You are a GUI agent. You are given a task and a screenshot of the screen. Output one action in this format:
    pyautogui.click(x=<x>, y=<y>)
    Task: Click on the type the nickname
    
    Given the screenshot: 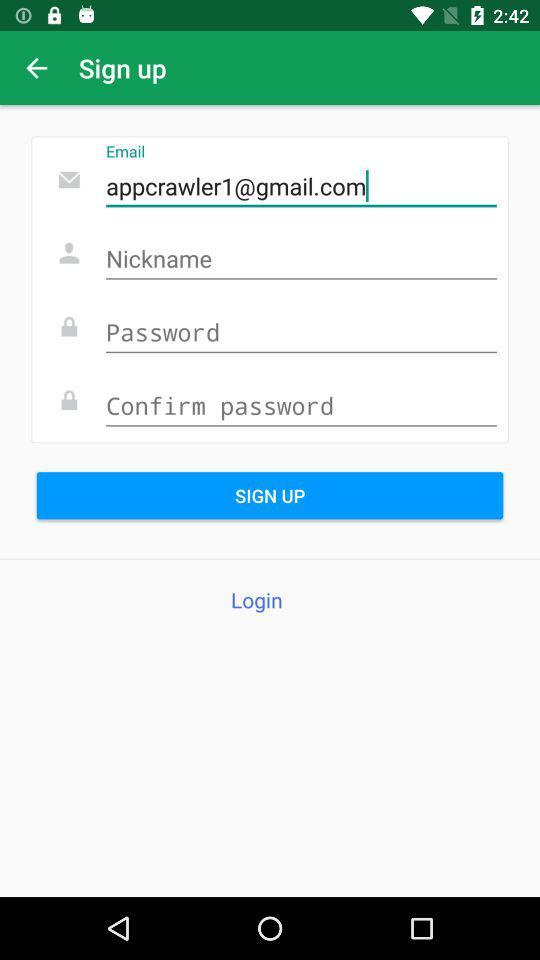 What is the action you would take?
    pyautogui.click(x=300, y=259)
    